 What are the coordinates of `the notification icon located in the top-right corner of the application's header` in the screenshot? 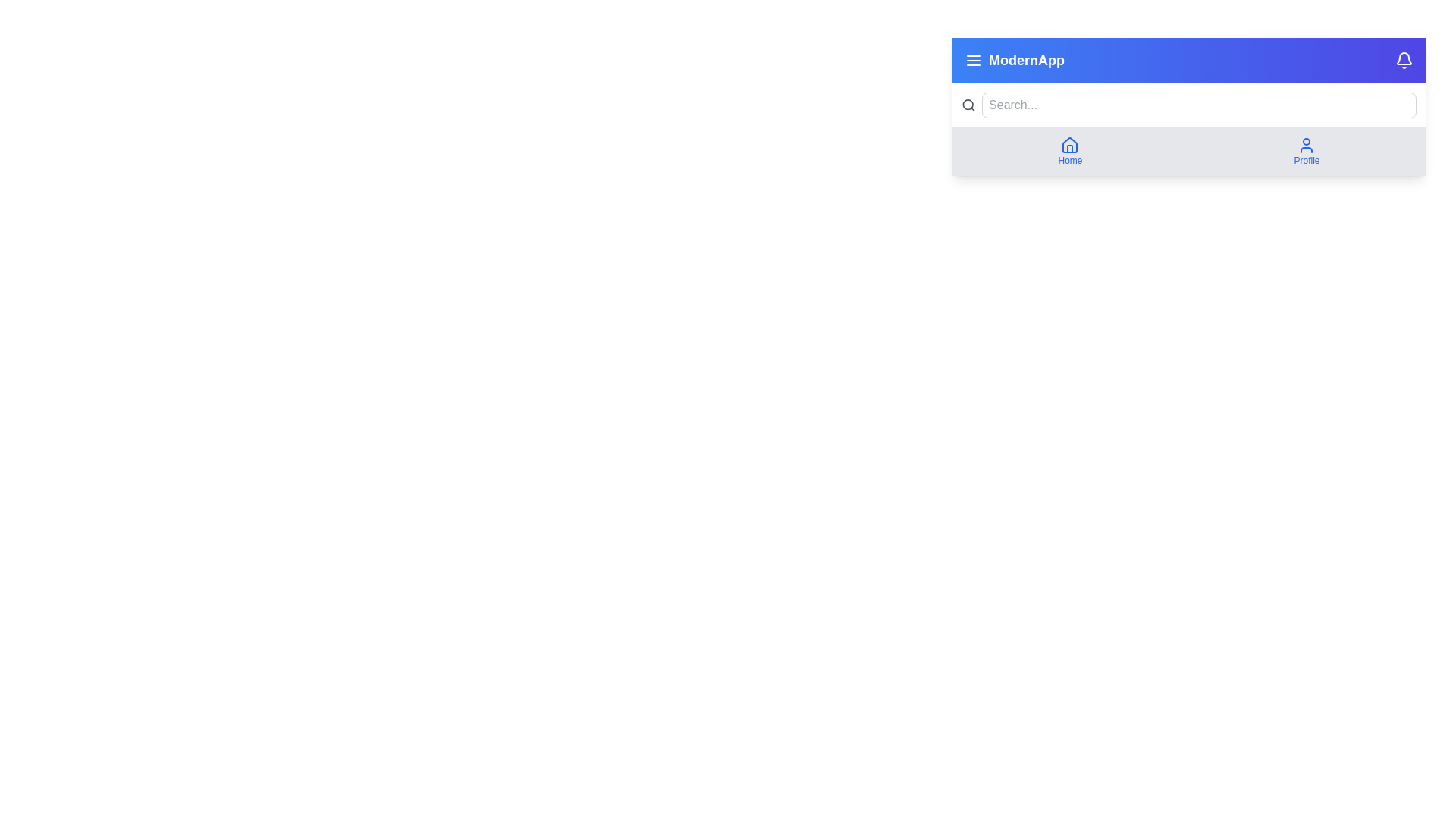 It's located at (1404, 60).